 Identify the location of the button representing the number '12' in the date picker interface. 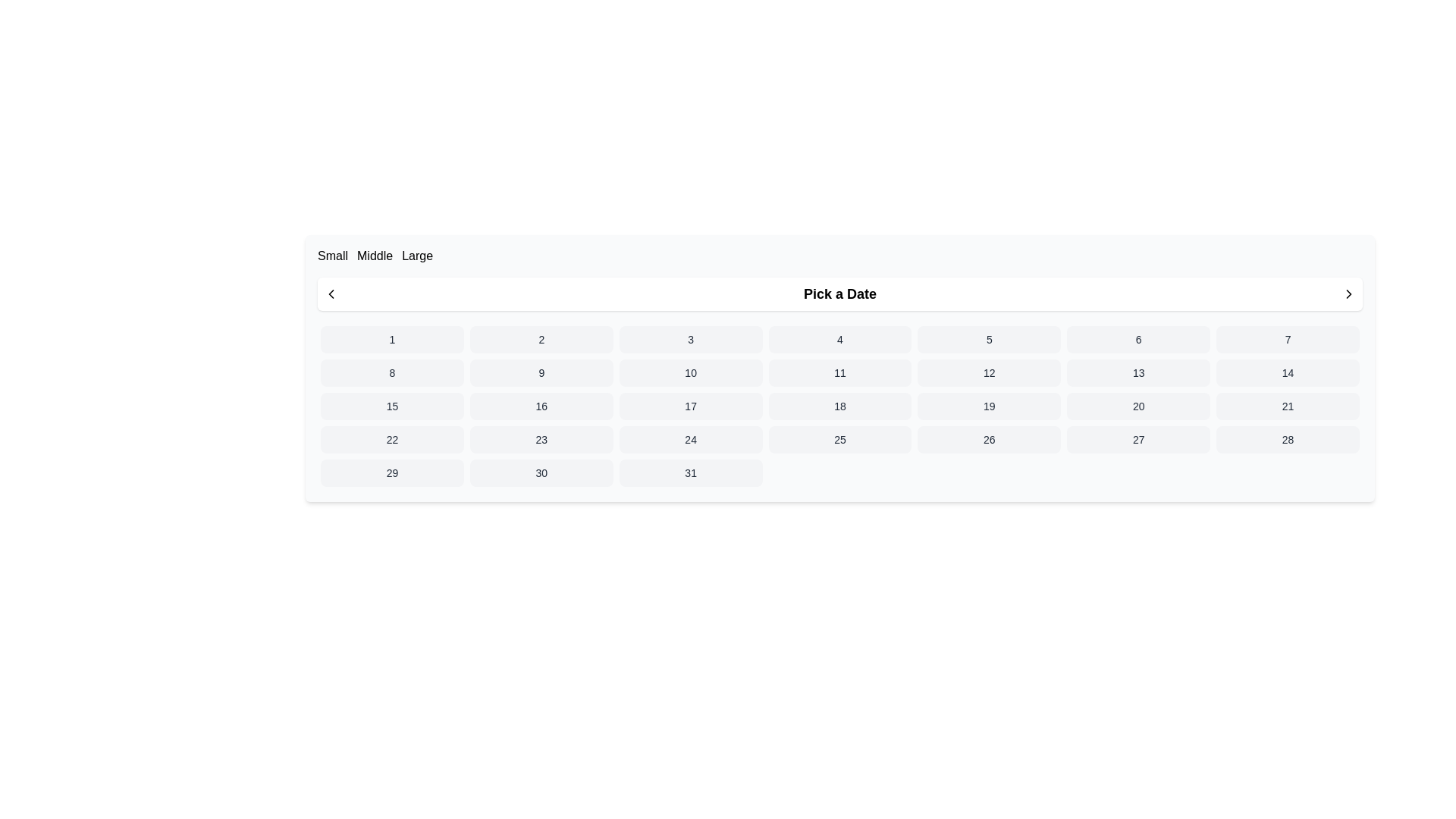
(989, 373).